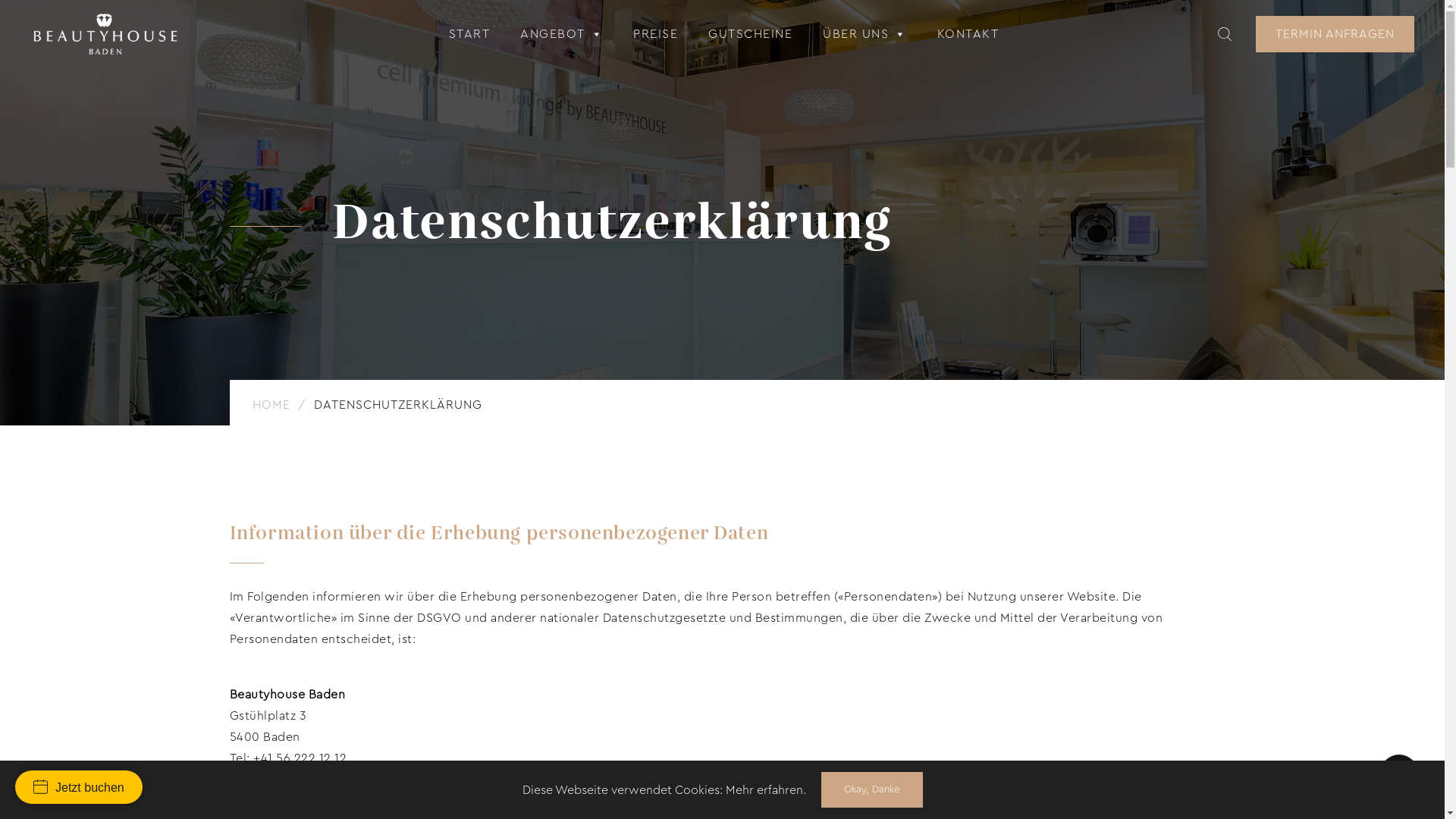  Describe the element at coordinates (271, 780) in the screenshot. I see `'info@beautyhouse-baden.ch'` at that location.